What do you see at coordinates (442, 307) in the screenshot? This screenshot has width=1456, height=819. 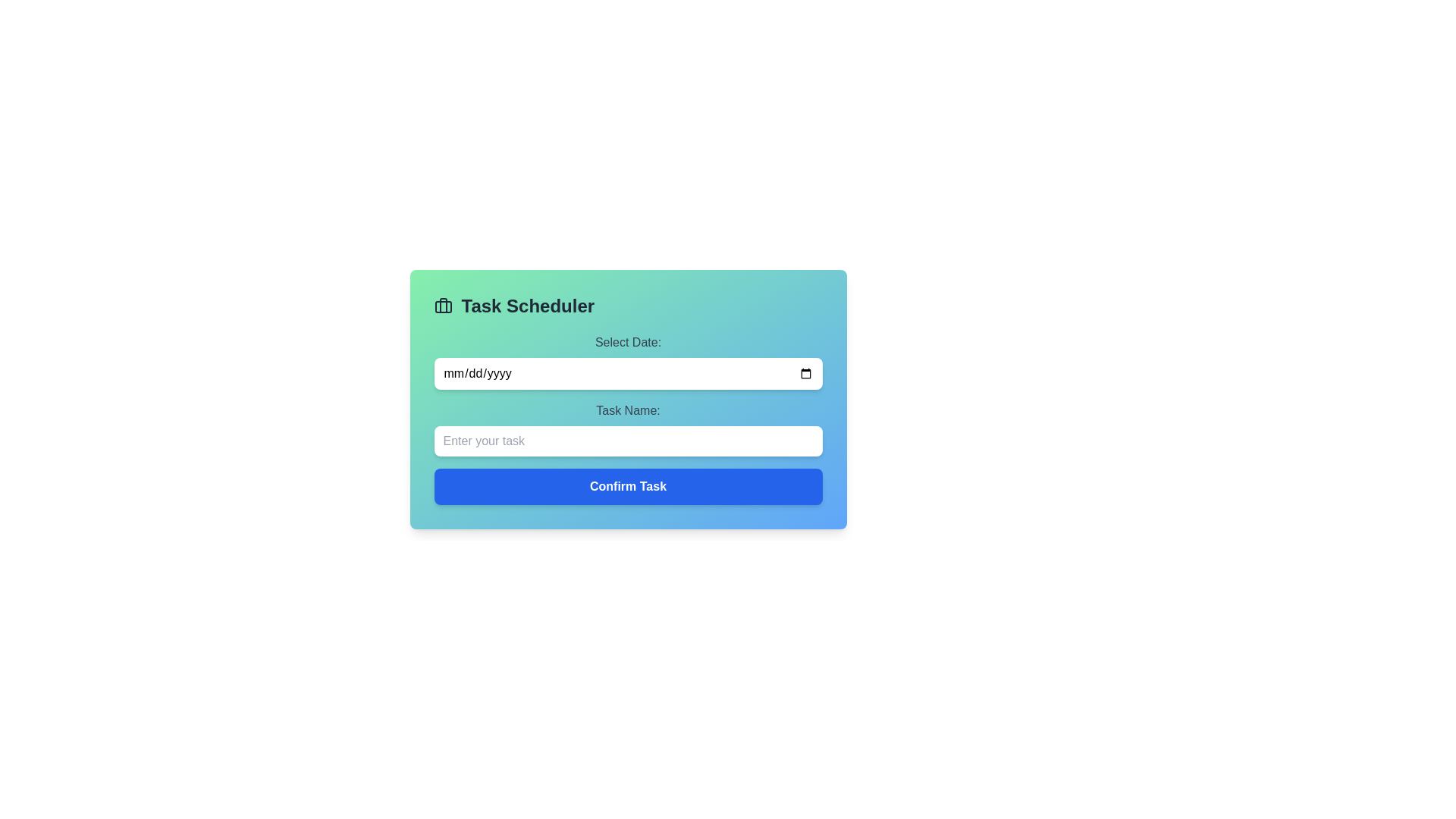 I see `the SVG rectangle that visually suggests a compartment within the briefcase icon, located slightly to the left of the 'Task Scheduler' heading` at bounding box center [442, 307].